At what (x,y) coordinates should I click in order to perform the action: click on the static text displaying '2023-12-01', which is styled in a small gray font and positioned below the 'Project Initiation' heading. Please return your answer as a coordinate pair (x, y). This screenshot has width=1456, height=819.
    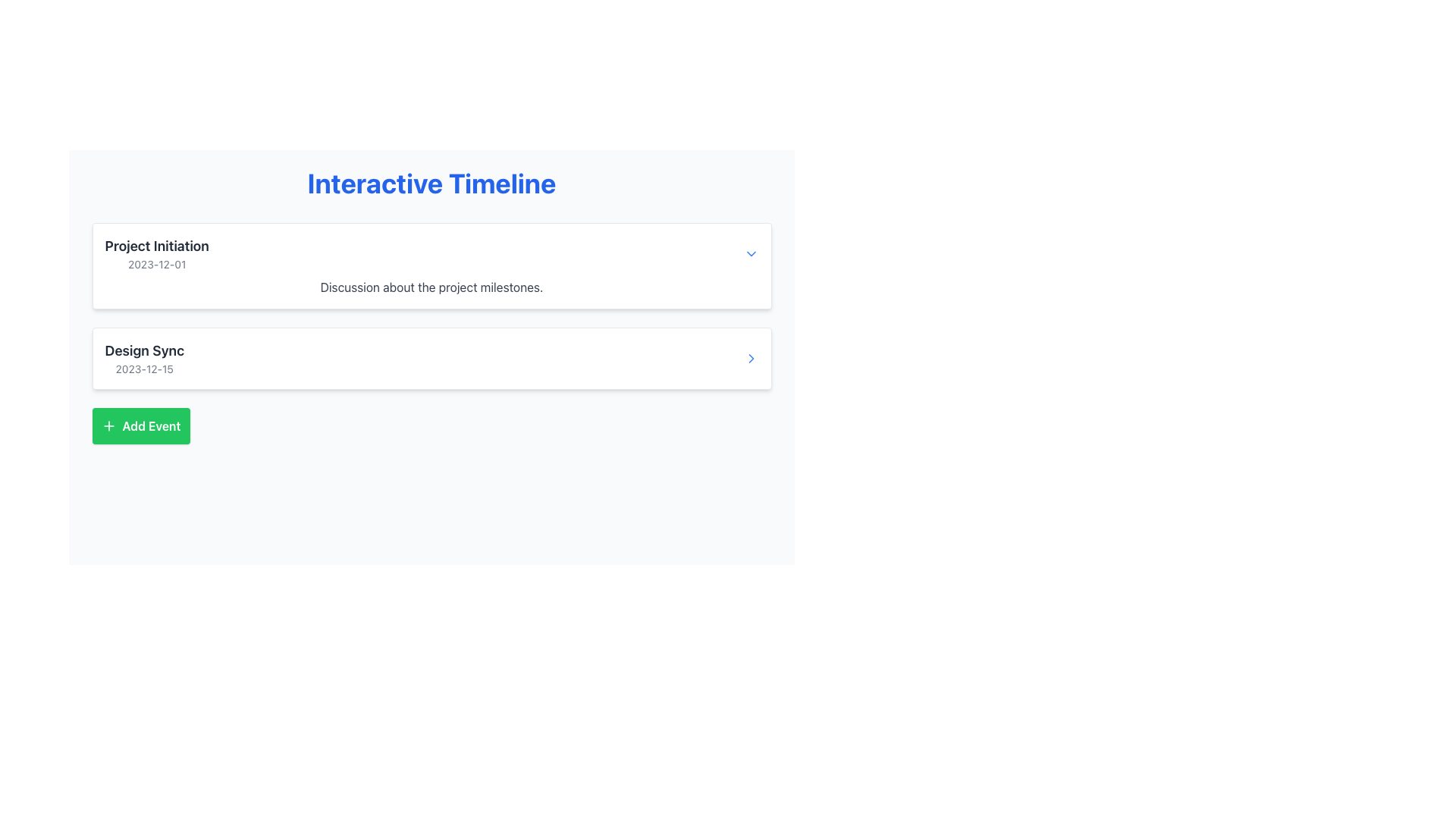
    Looking at the image, I should click on (157, 263).